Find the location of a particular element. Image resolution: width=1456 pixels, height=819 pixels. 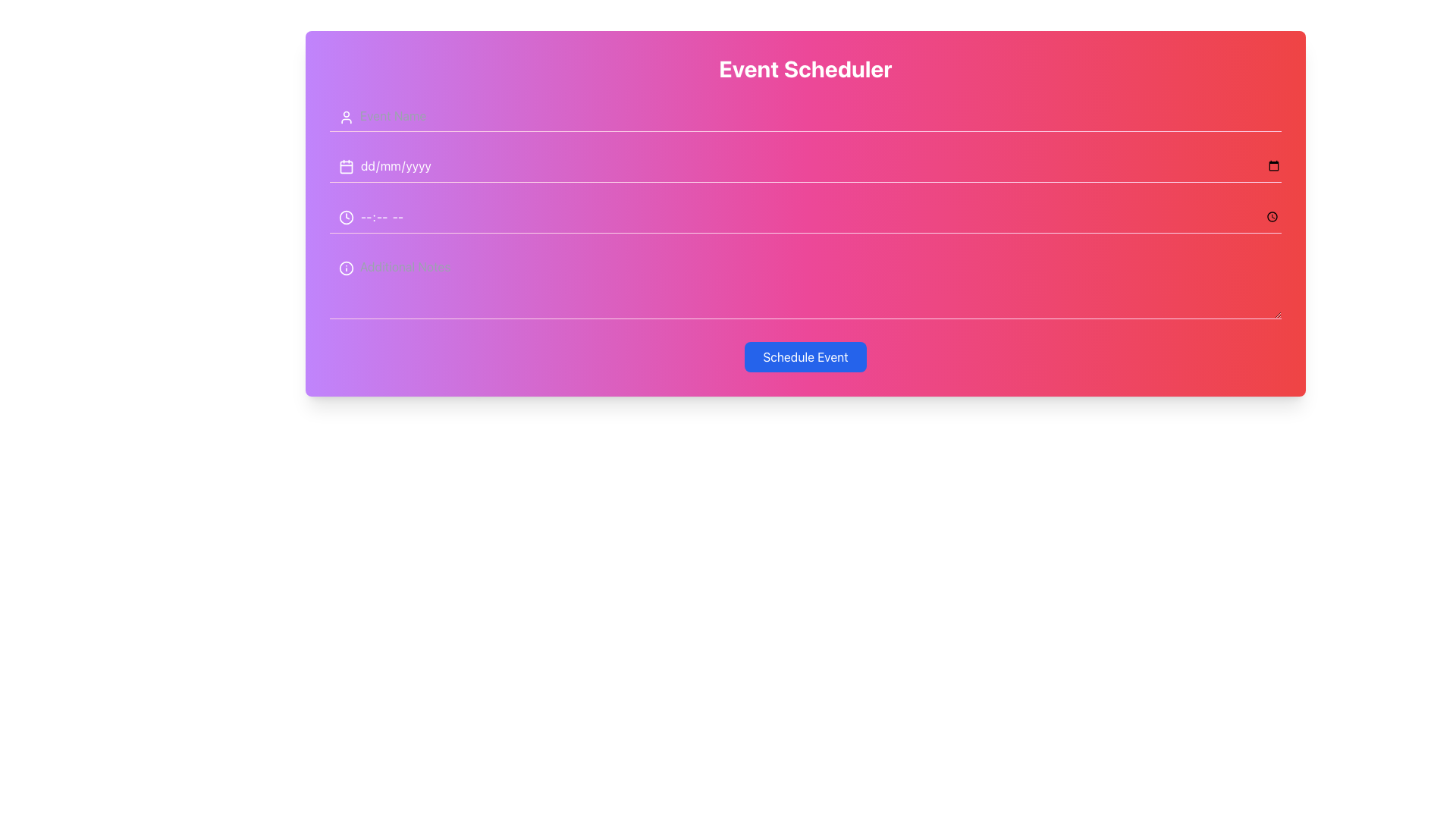

the time input field, which is the third input in the form, to focus on it is located at coordinates (805, 217).